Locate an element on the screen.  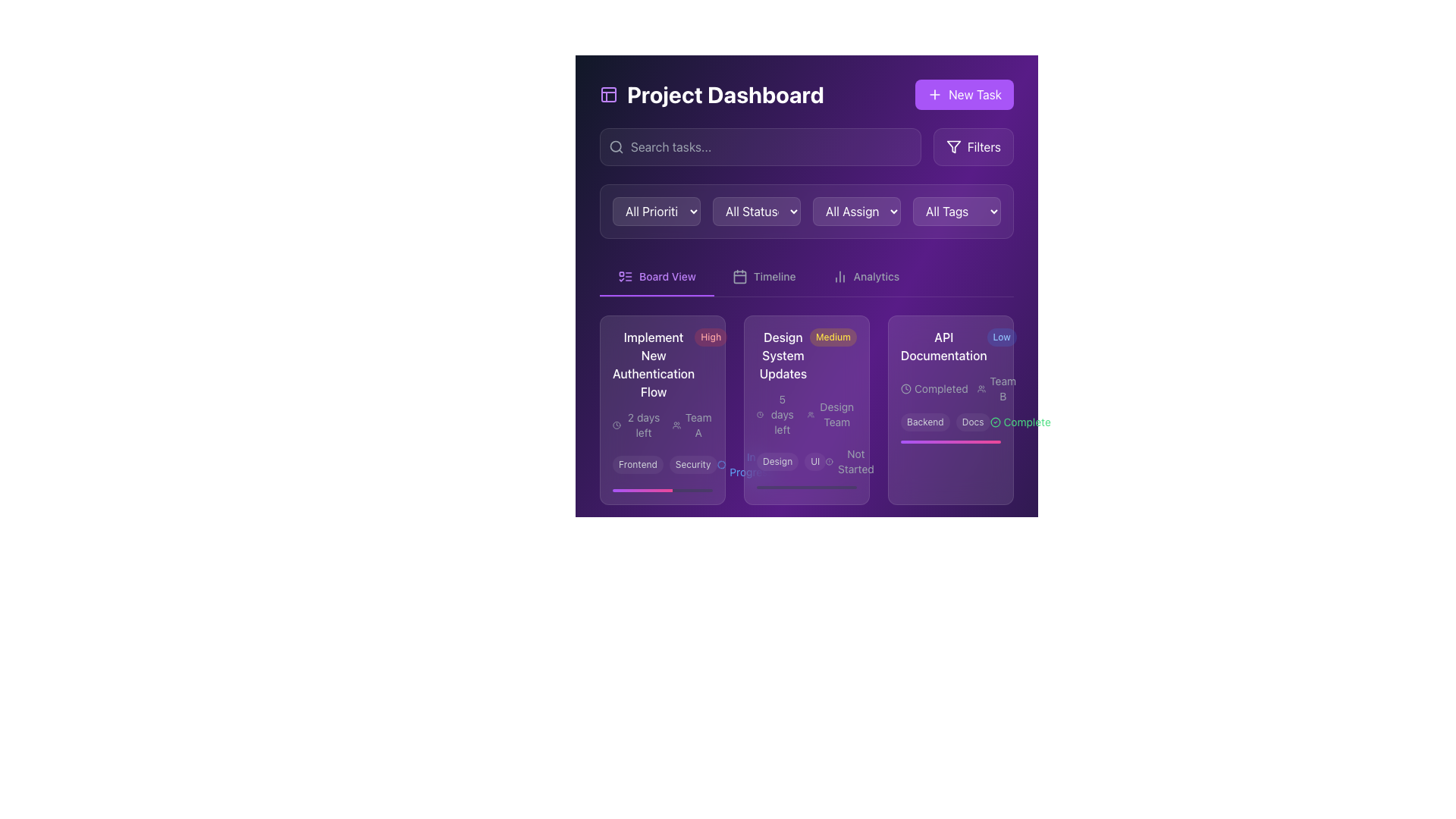
the 'In Progress' label with a spinning circular icon, indicating the status of the task in the 'Implement New Authentication Flow' card under the 'FrontendSecurity' section is located at coordinates (745, 464).